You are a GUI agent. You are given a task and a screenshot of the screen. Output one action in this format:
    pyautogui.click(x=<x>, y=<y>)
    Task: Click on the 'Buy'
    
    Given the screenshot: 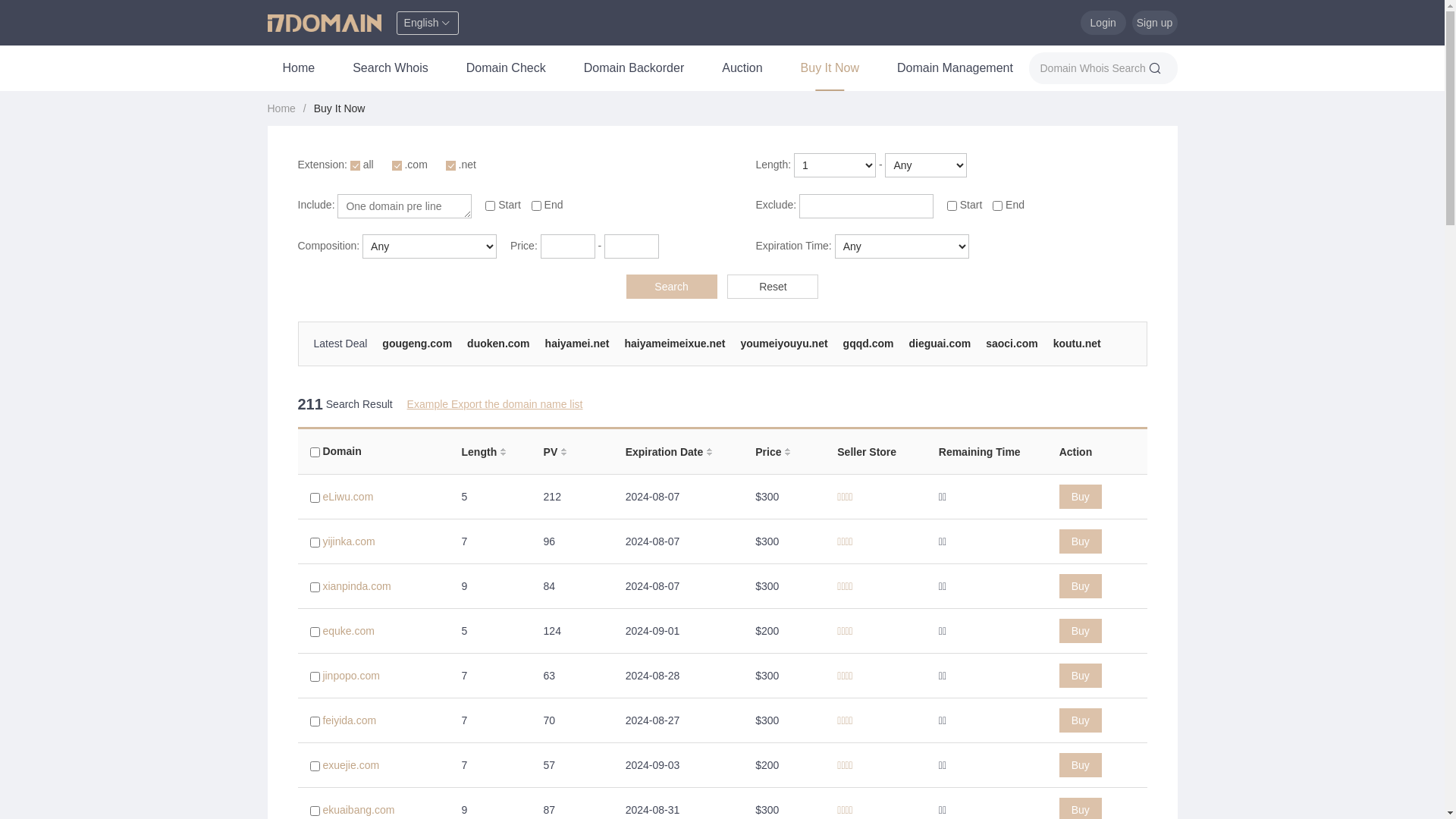 What is the action you would take?
    pyautogui.click(x=1080, y=765)
    